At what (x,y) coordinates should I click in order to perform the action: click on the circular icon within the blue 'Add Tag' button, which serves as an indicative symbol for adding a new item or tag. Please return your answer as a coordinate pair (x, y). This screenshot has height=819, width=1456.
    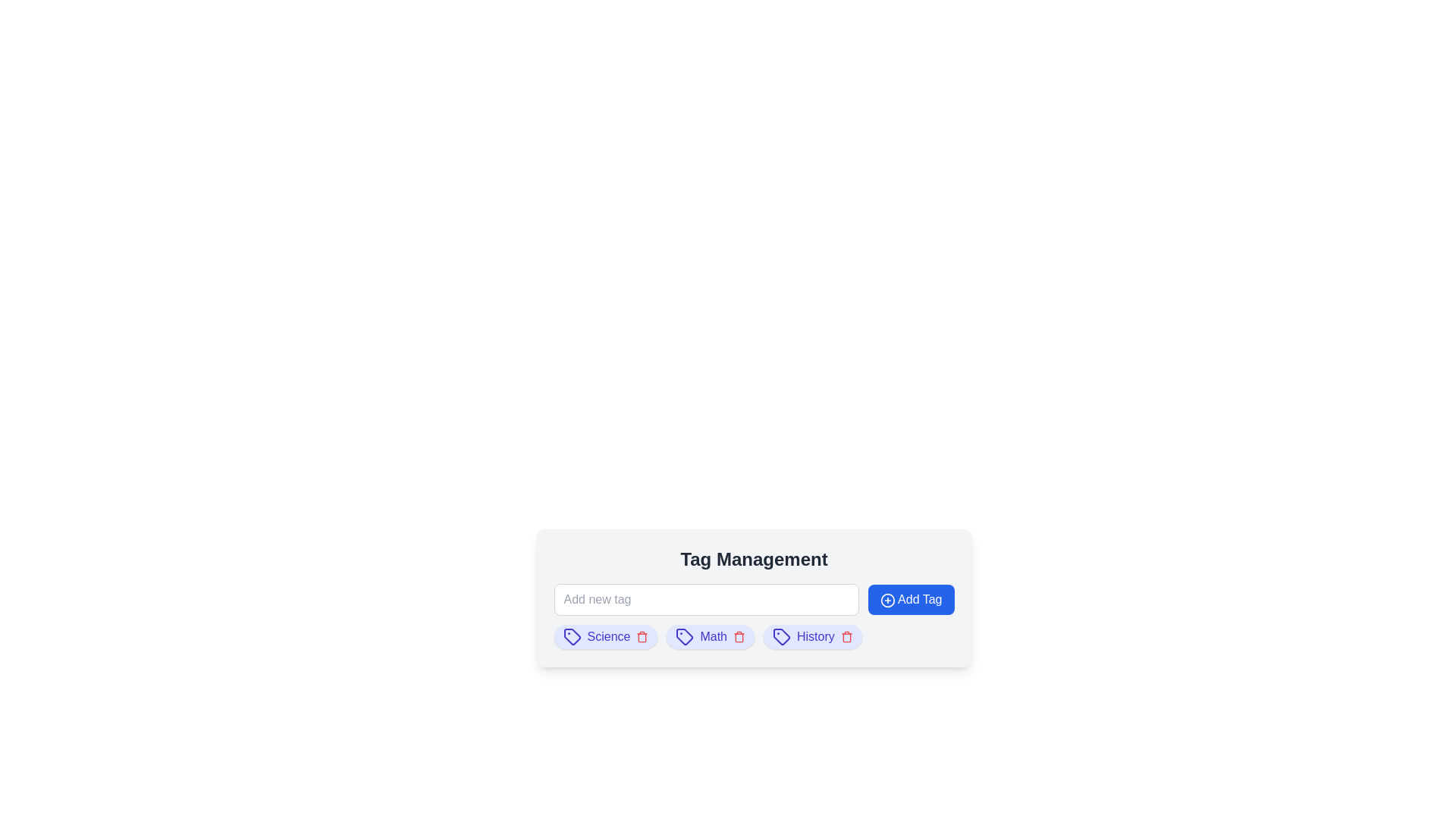
    Looking at the image, I should click on (887, 599).